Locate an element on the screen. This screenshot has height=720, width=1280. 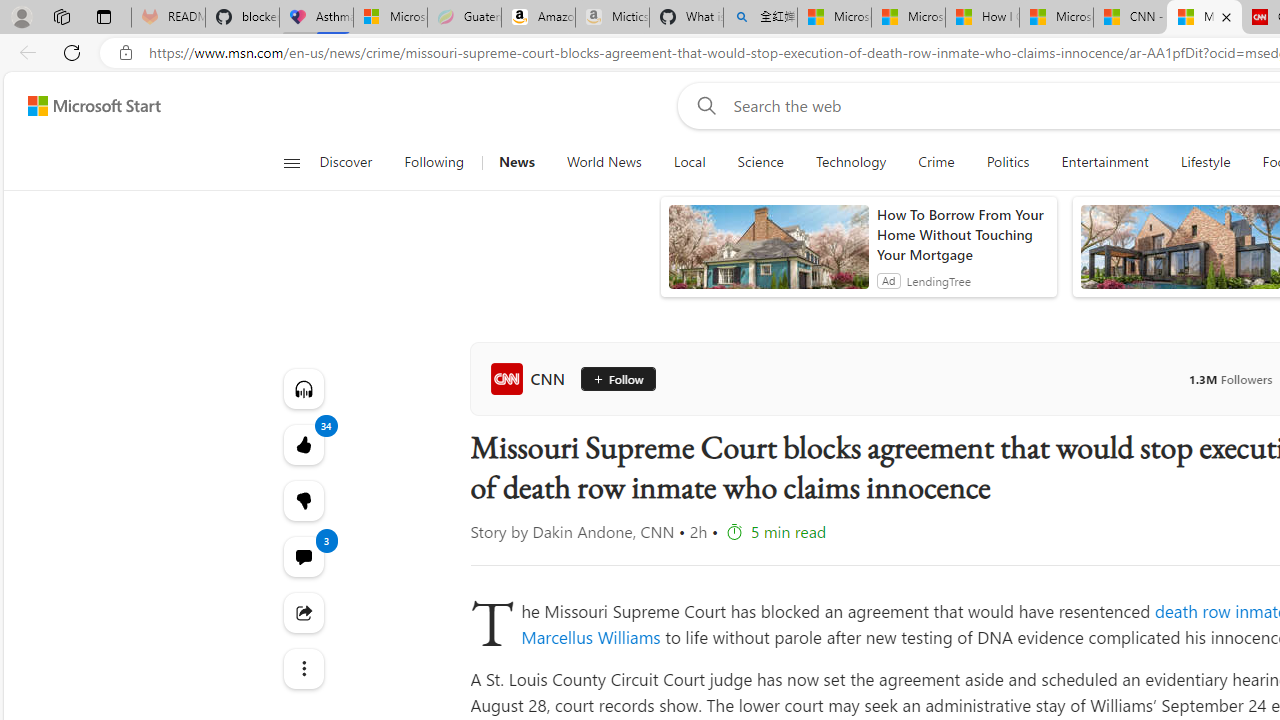
'News' is located at coordinates (516, 162).